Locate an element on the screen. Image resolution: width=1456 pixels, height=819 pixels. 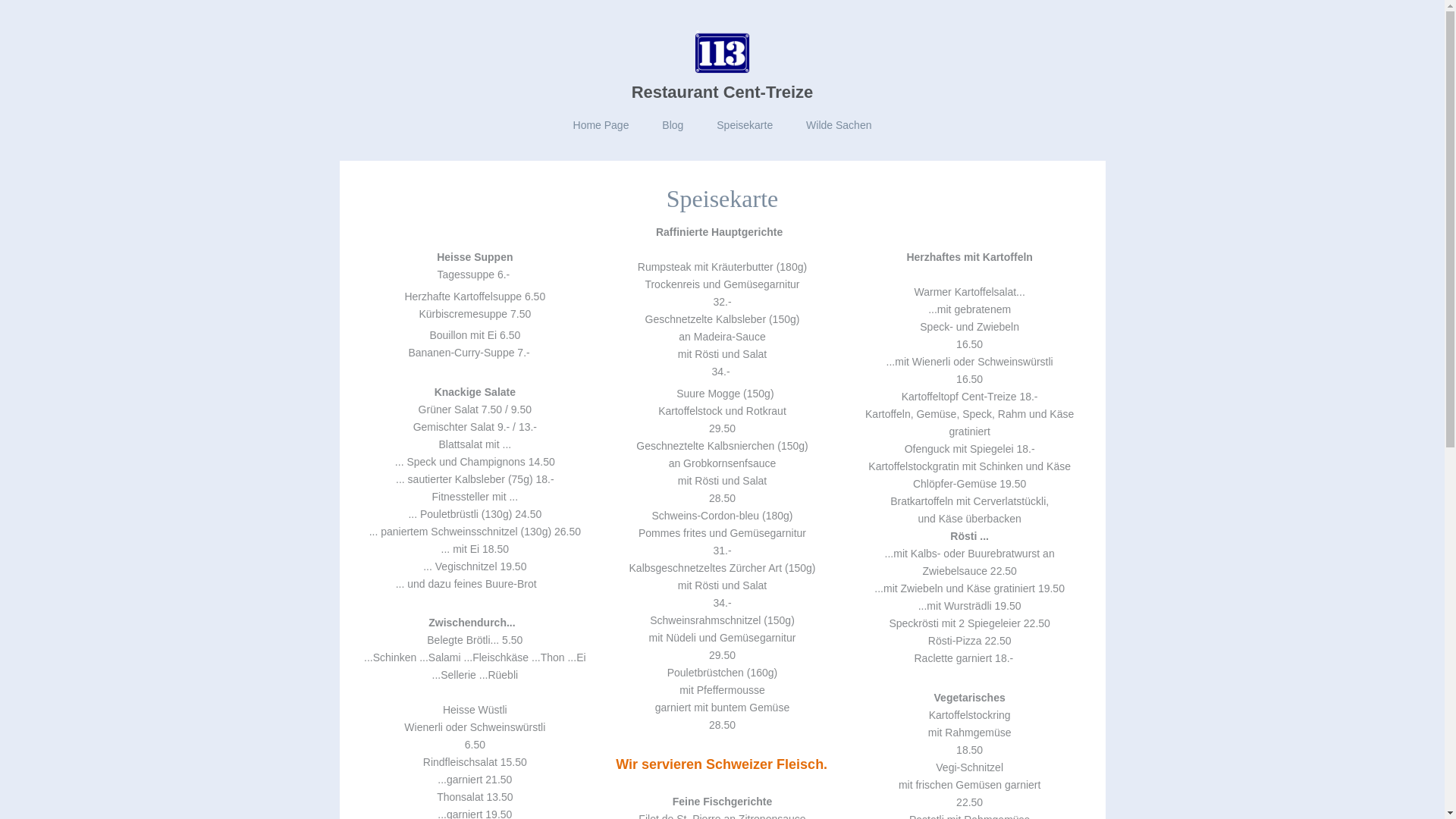
'Restaurant Cent-Treize' is located at coordinates (722, 92).